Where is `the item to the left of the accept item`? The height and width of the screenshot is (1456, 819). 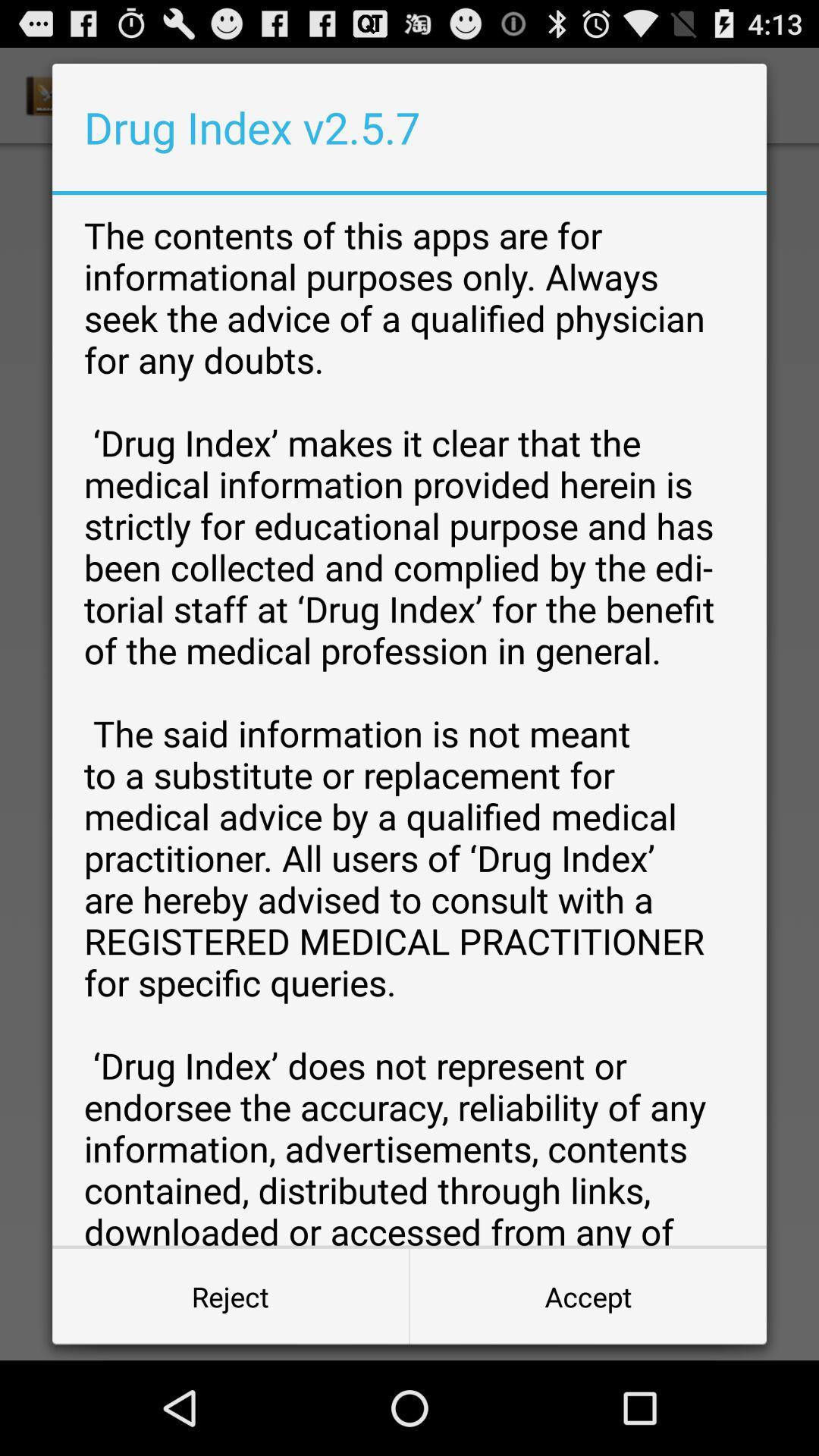 the item to the left of the accept item is located at coordinates (231, 1295).